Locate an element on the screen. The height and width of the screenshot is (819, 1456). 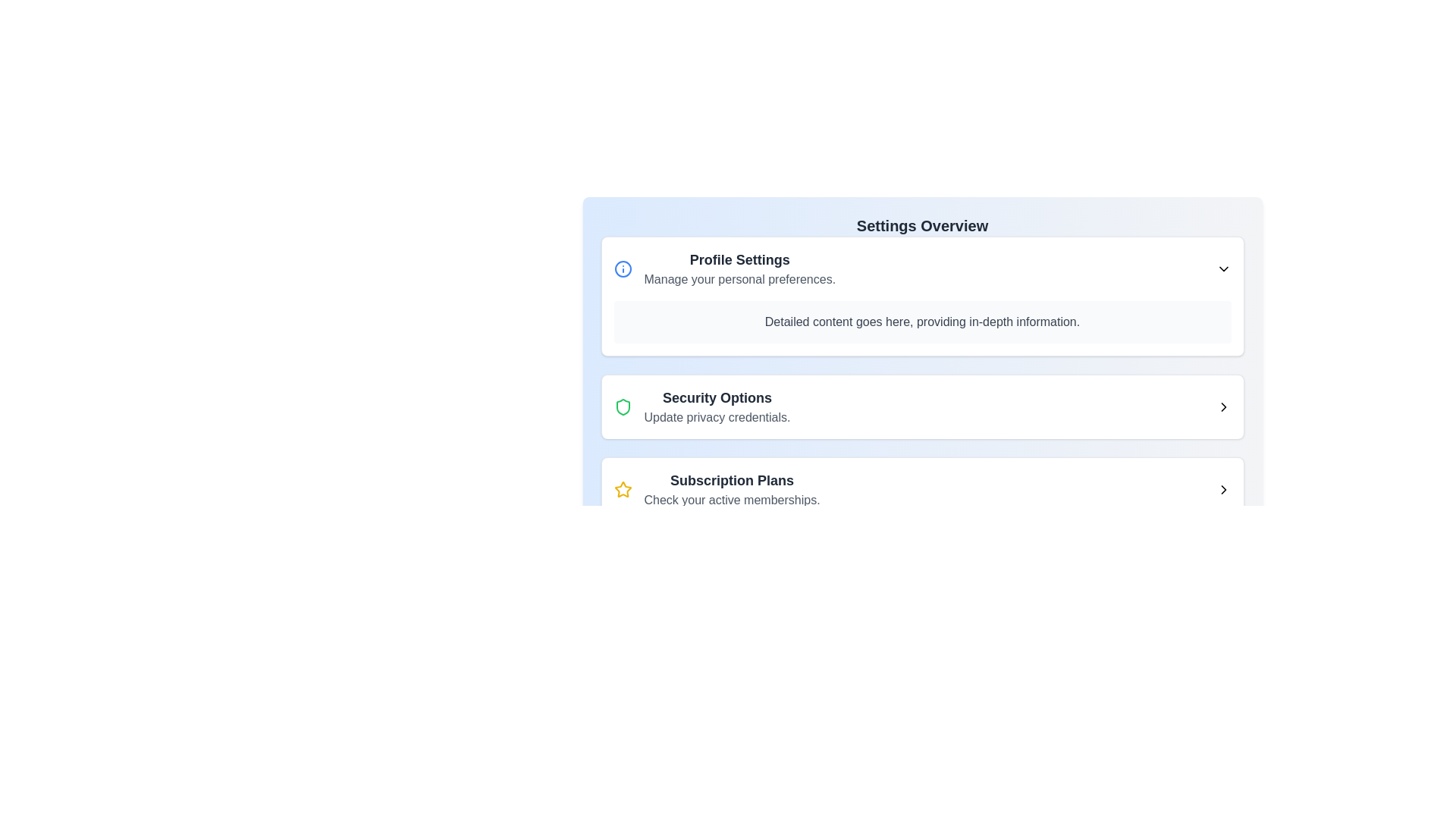
the second list item in the navigation feature is located at coordinates (921, 406).